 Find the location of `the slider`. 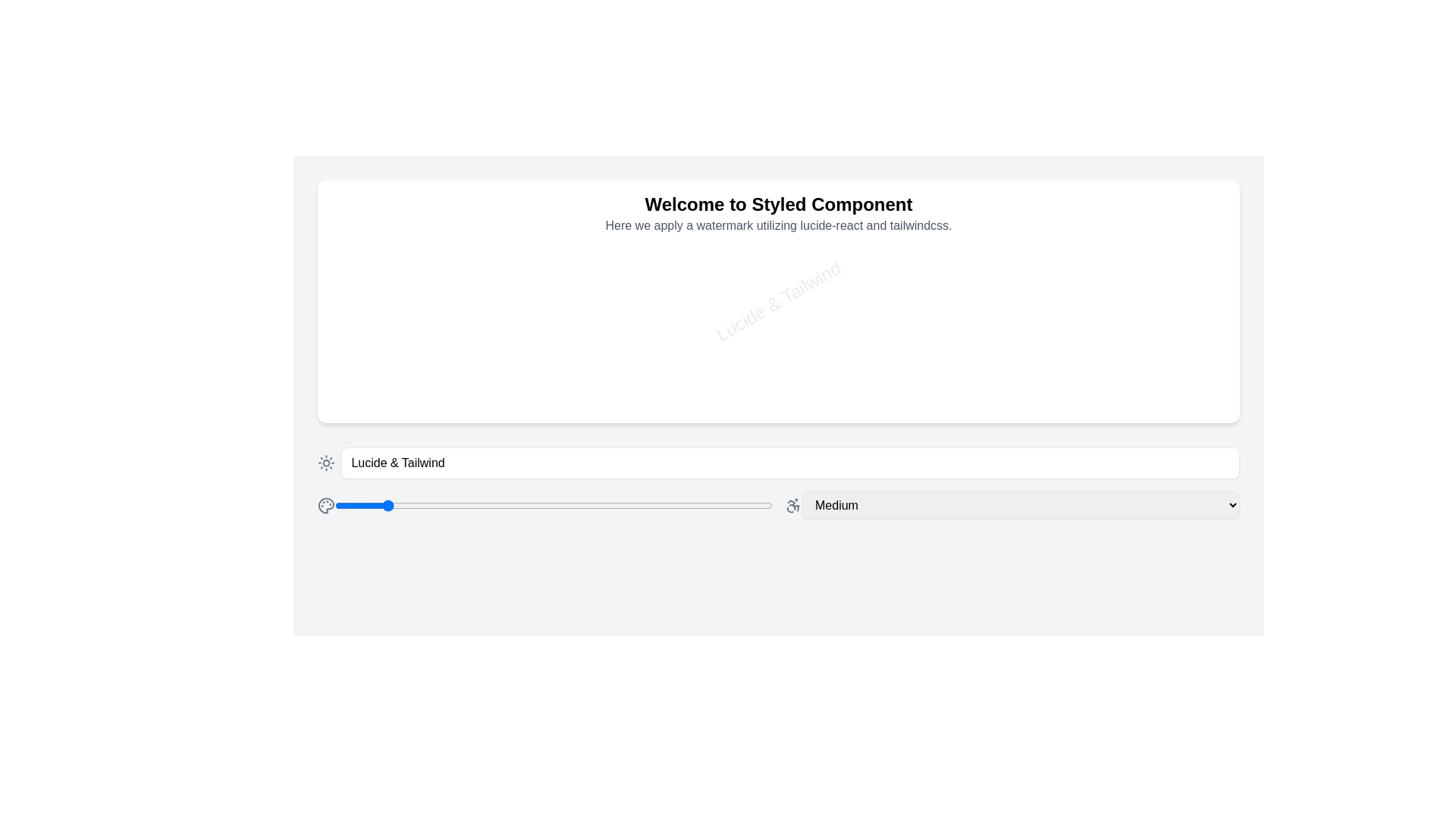

the slider is located at coordinates (287, 505).